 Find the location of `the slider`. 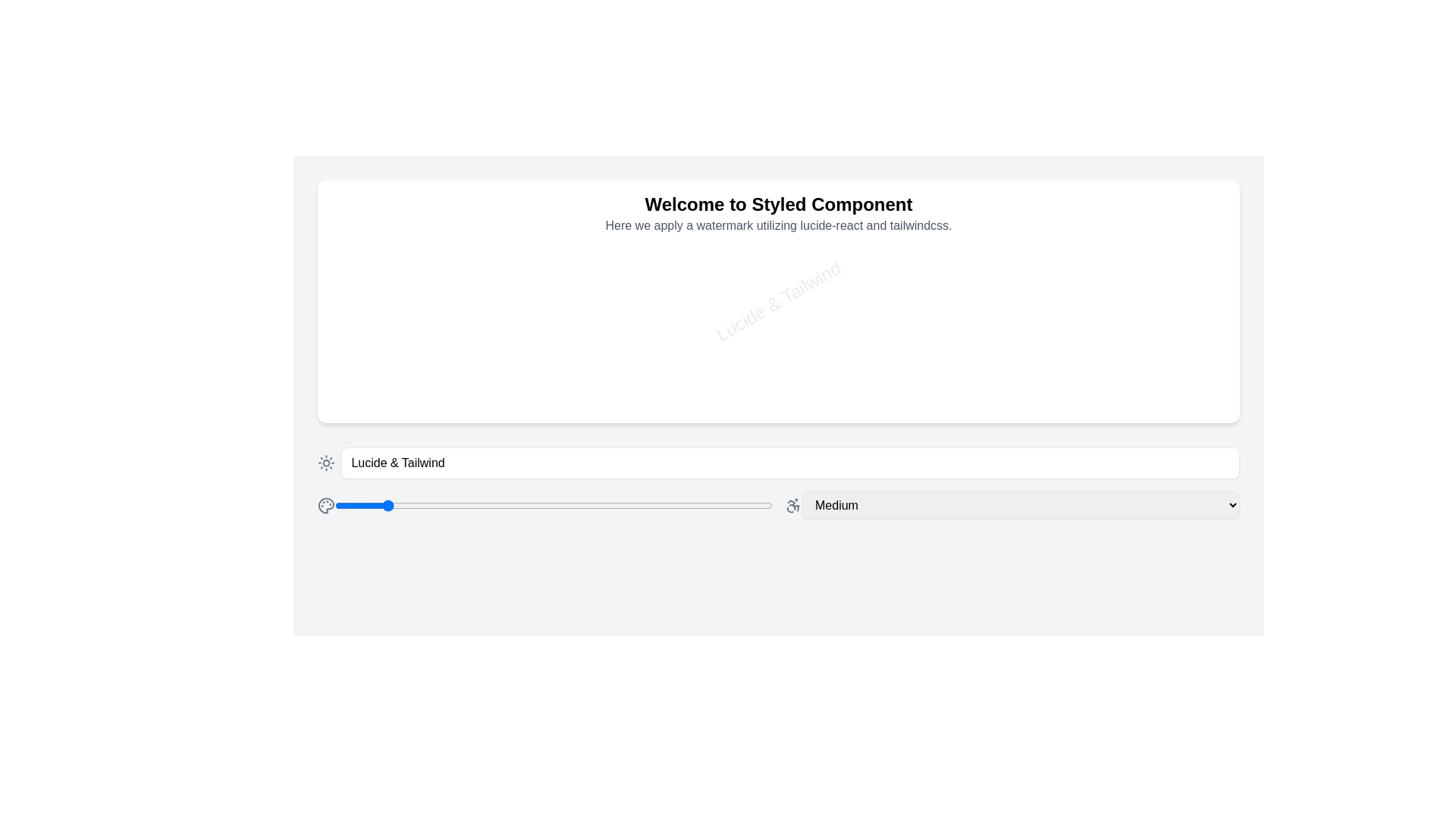

the slider is located at coordinates (287, 505).